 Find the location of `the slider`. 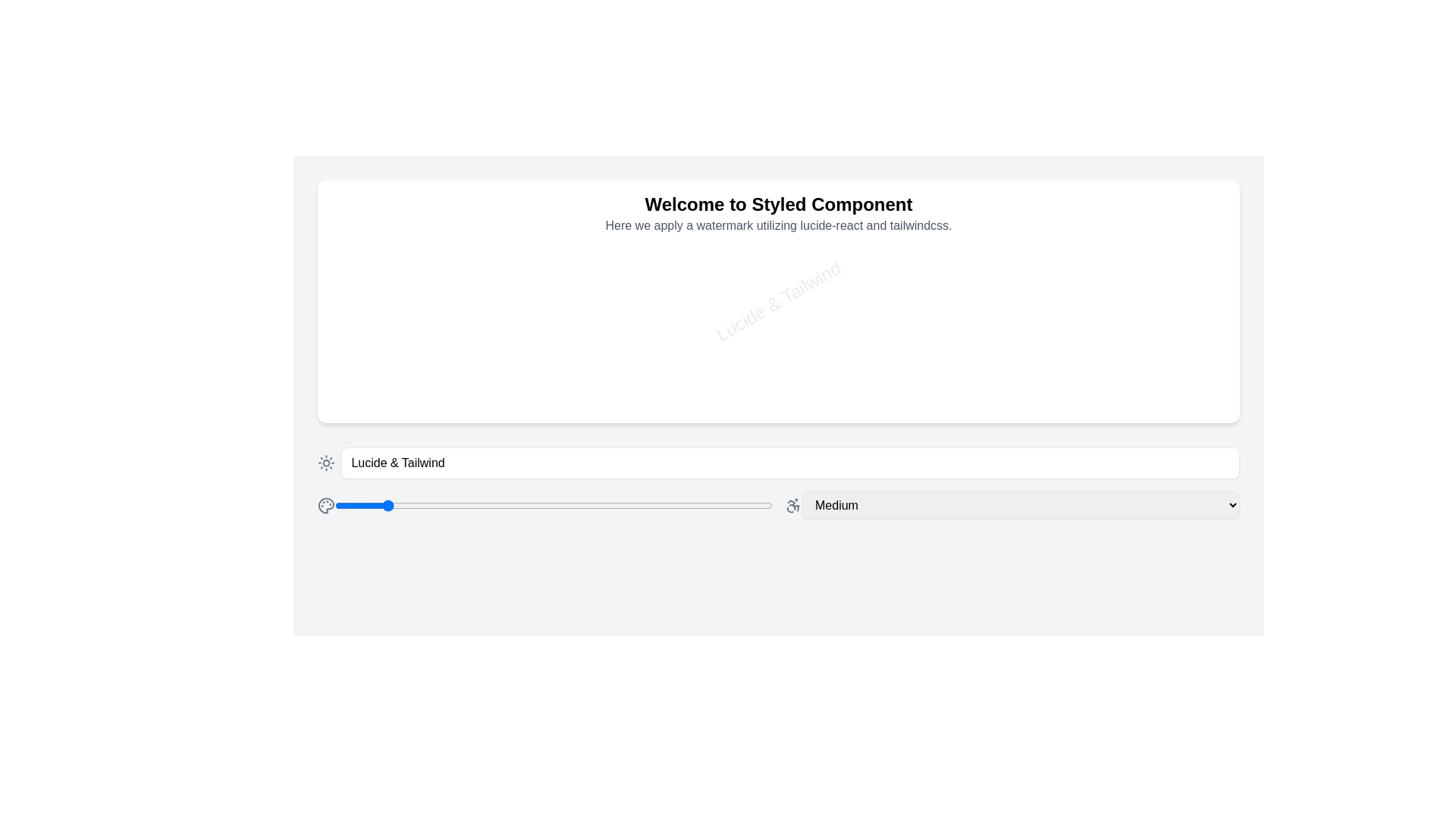

the slider is located at coordinates (287, 505).